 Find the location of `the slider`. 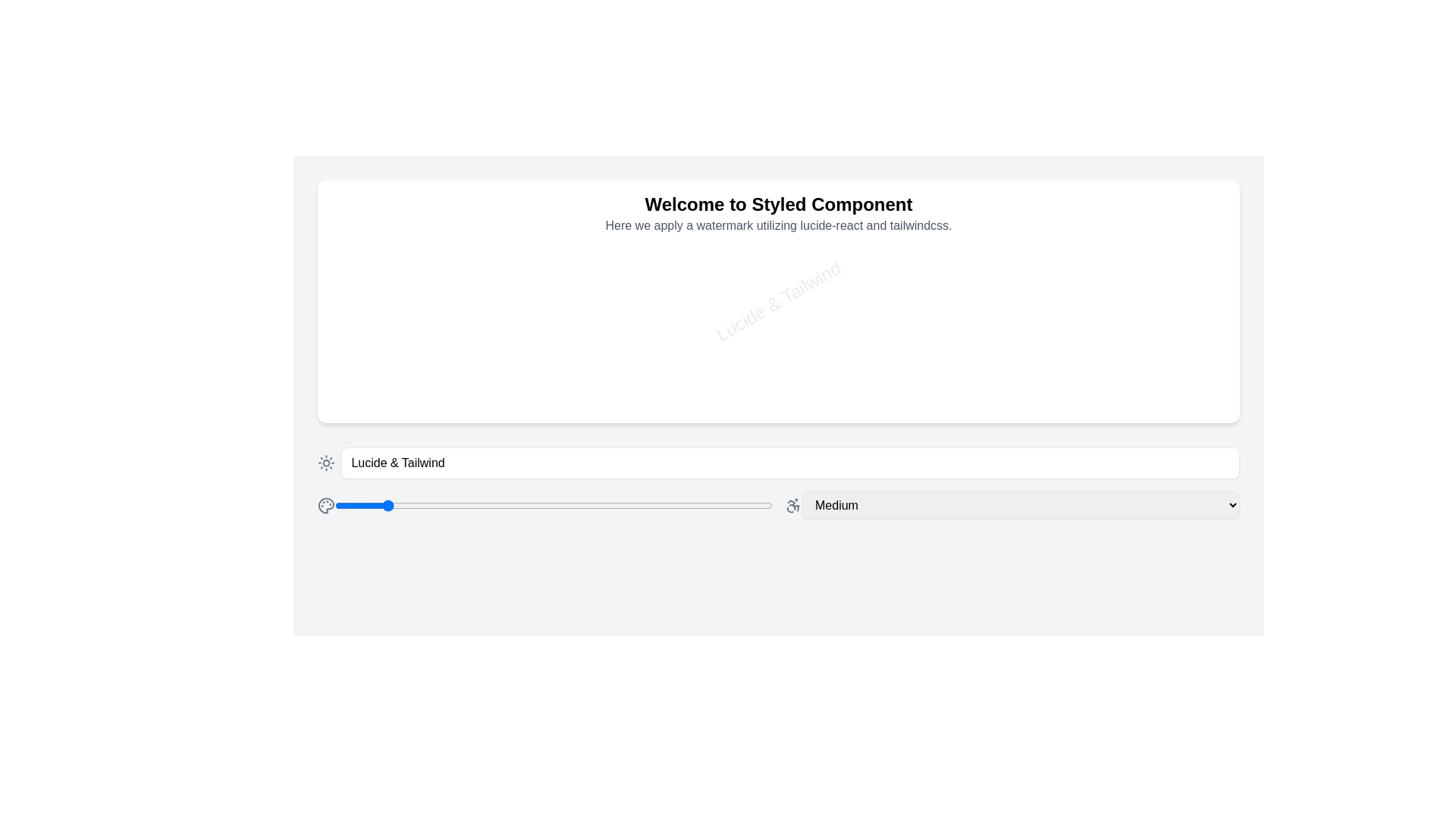

the slider is located at coordinates (287, 505).